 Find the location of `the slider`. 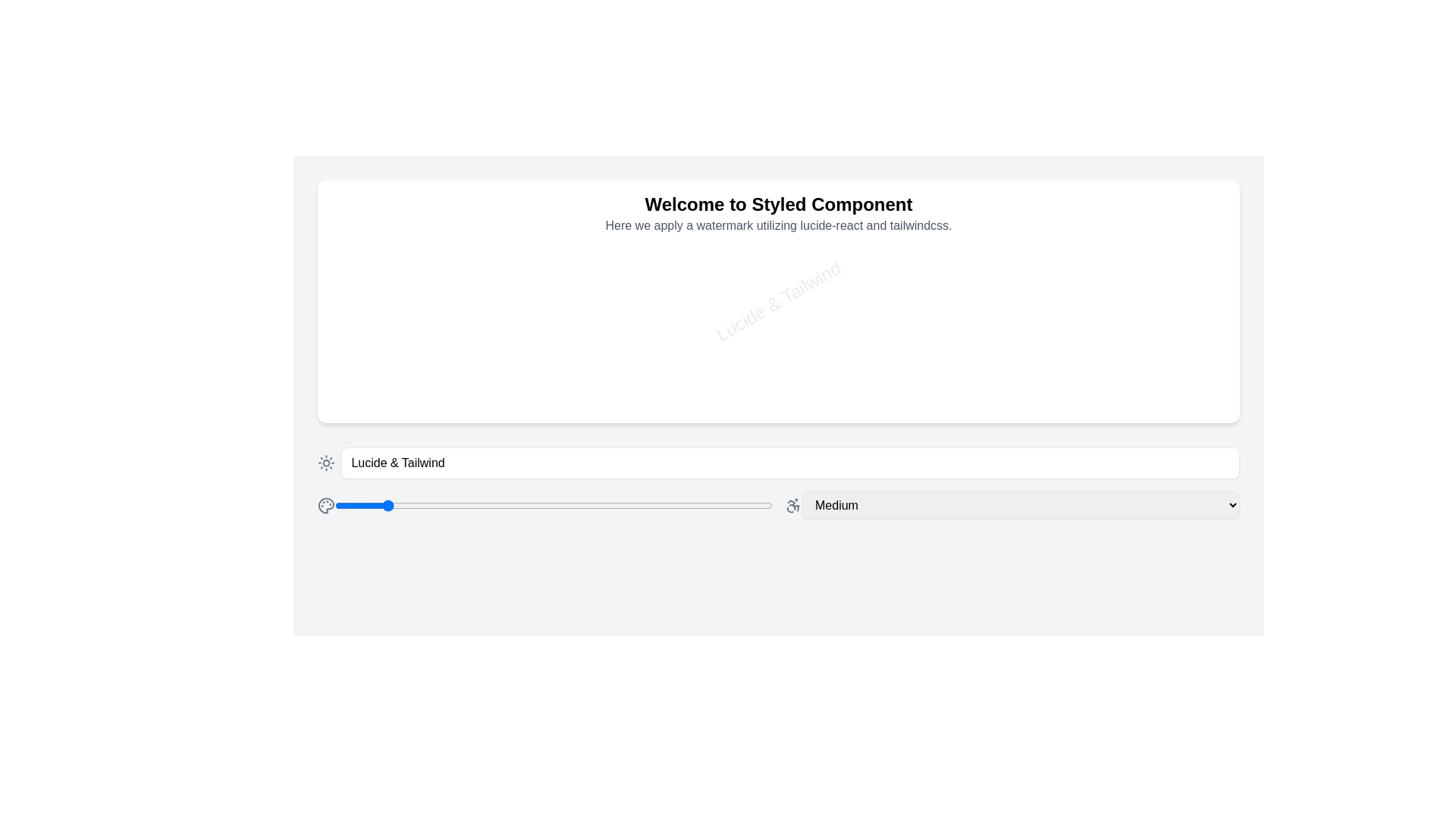

the slider is located at coordinates (287, 505).